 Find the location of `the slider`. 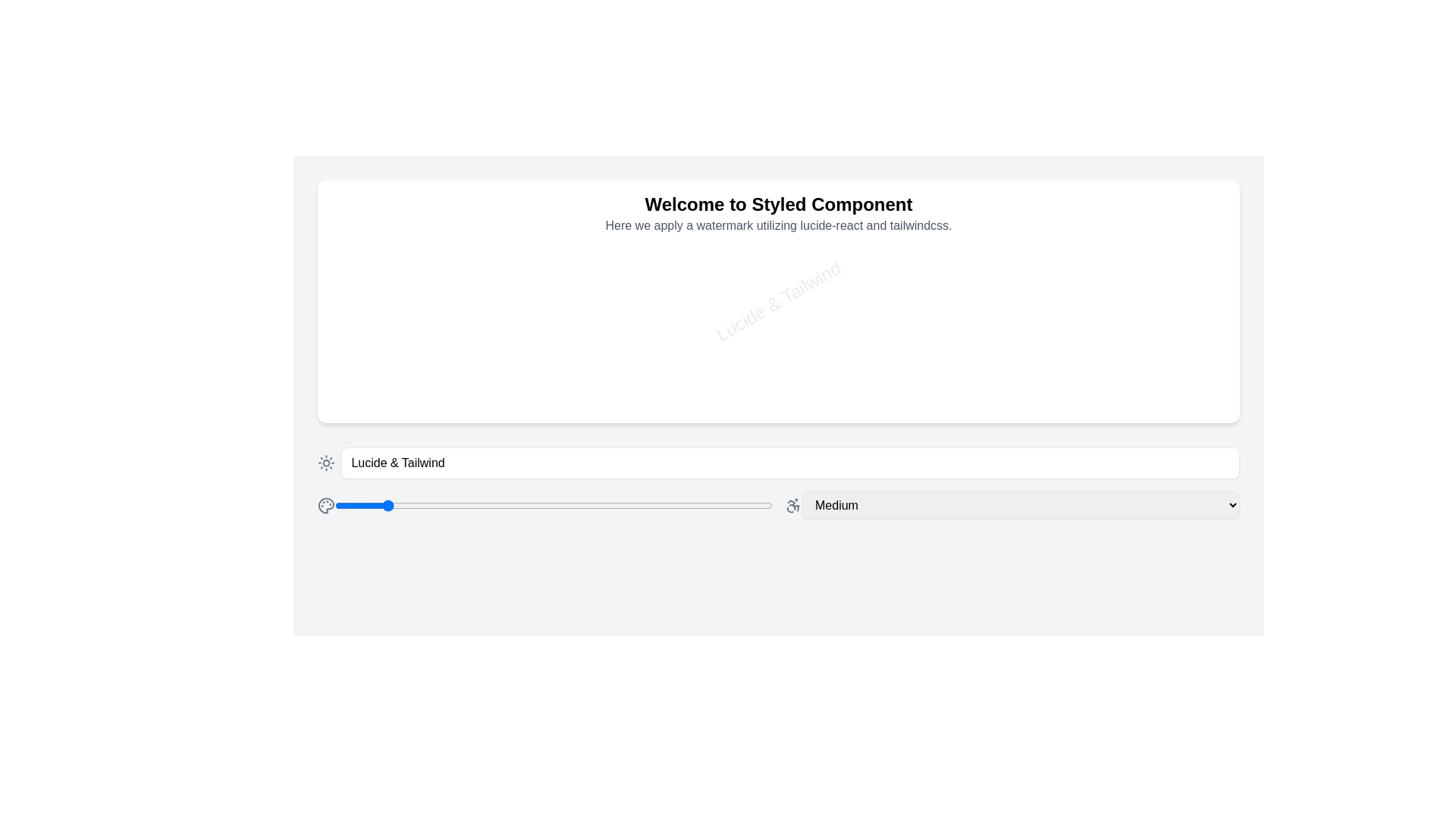

the slider is located at coordinates (287, 505).